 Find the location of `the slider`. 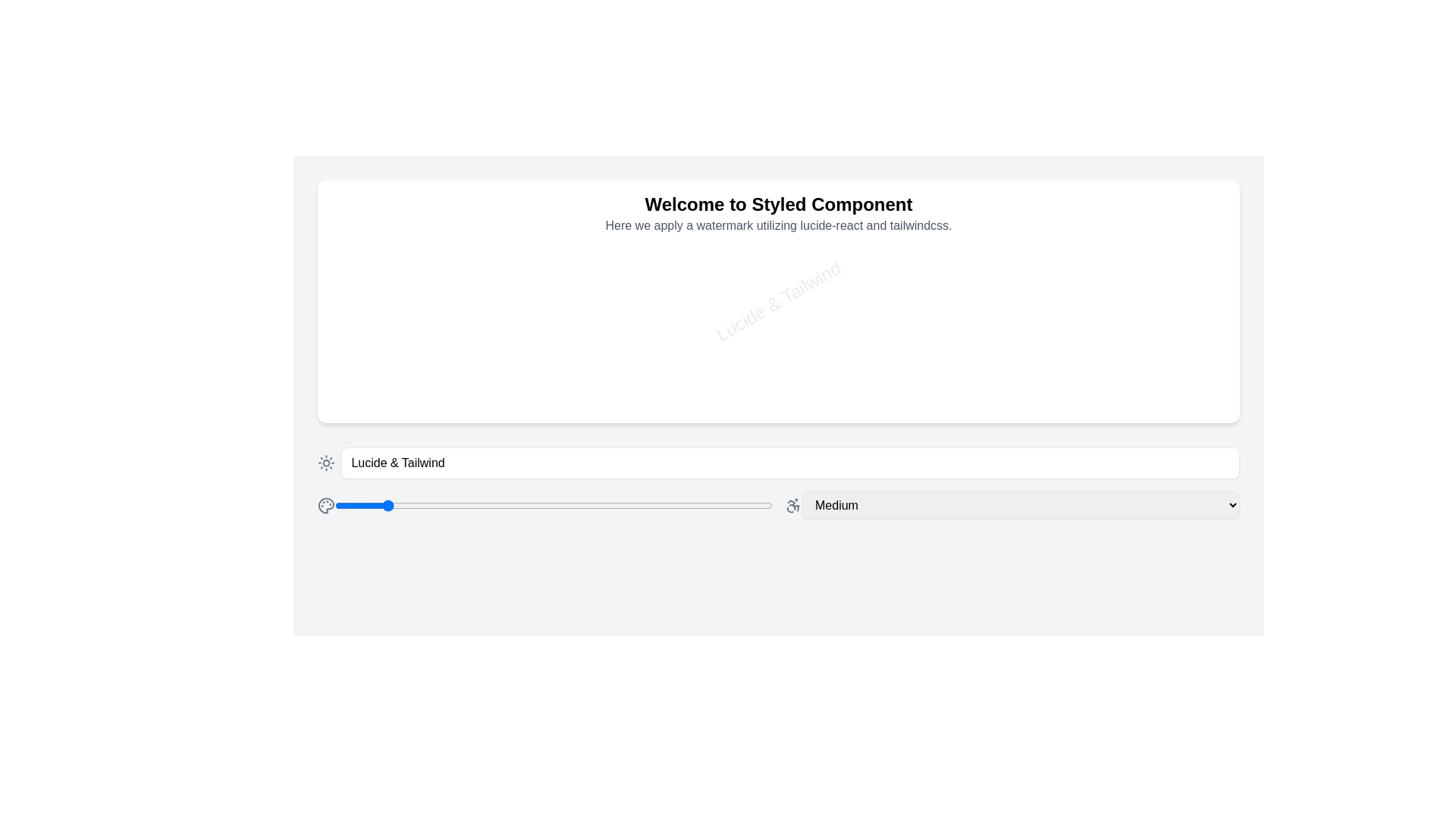

the slider is located at coordinates (287, 505).